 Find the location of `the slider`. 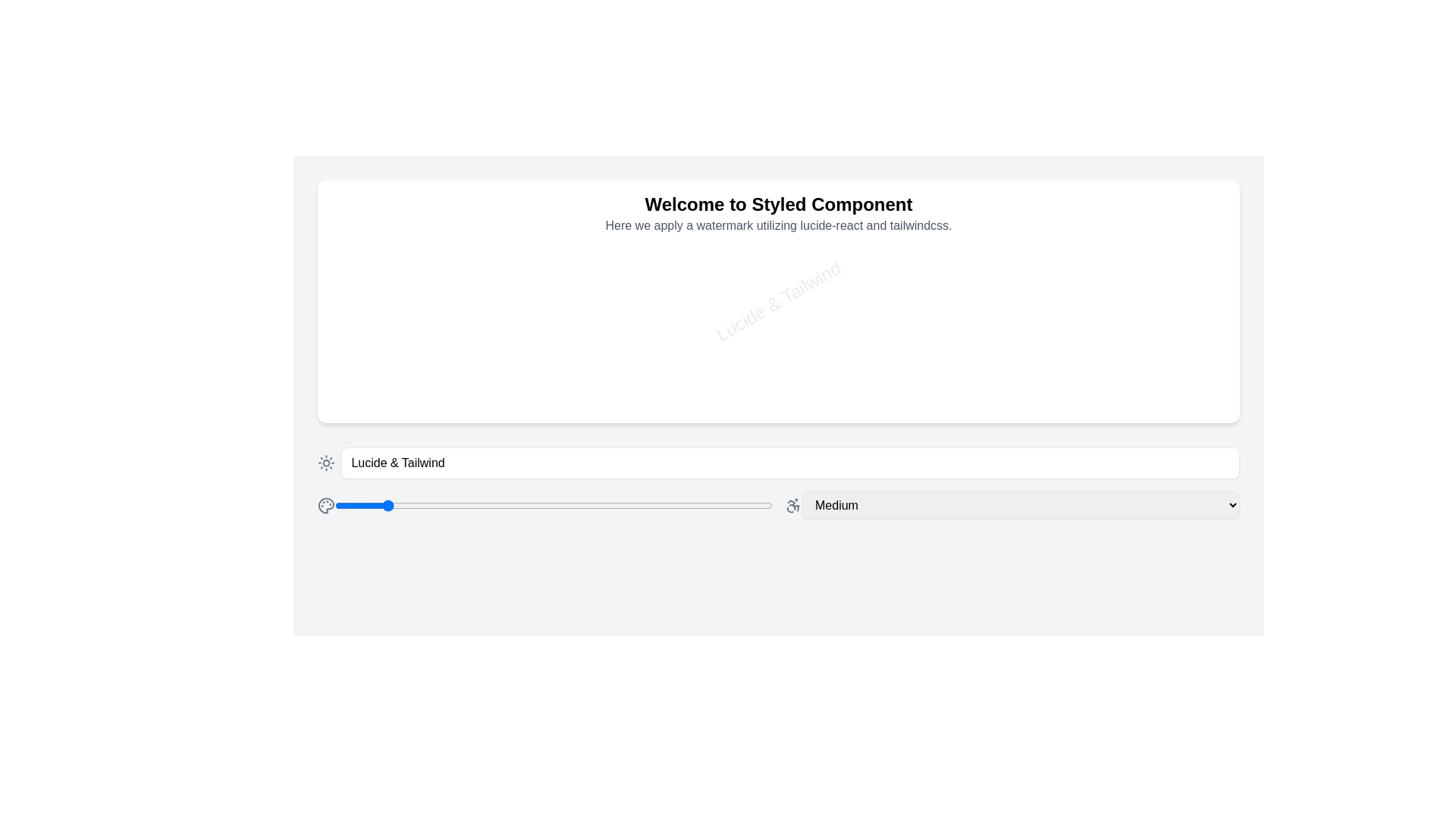

the slider is located at coordinates (287, 505).